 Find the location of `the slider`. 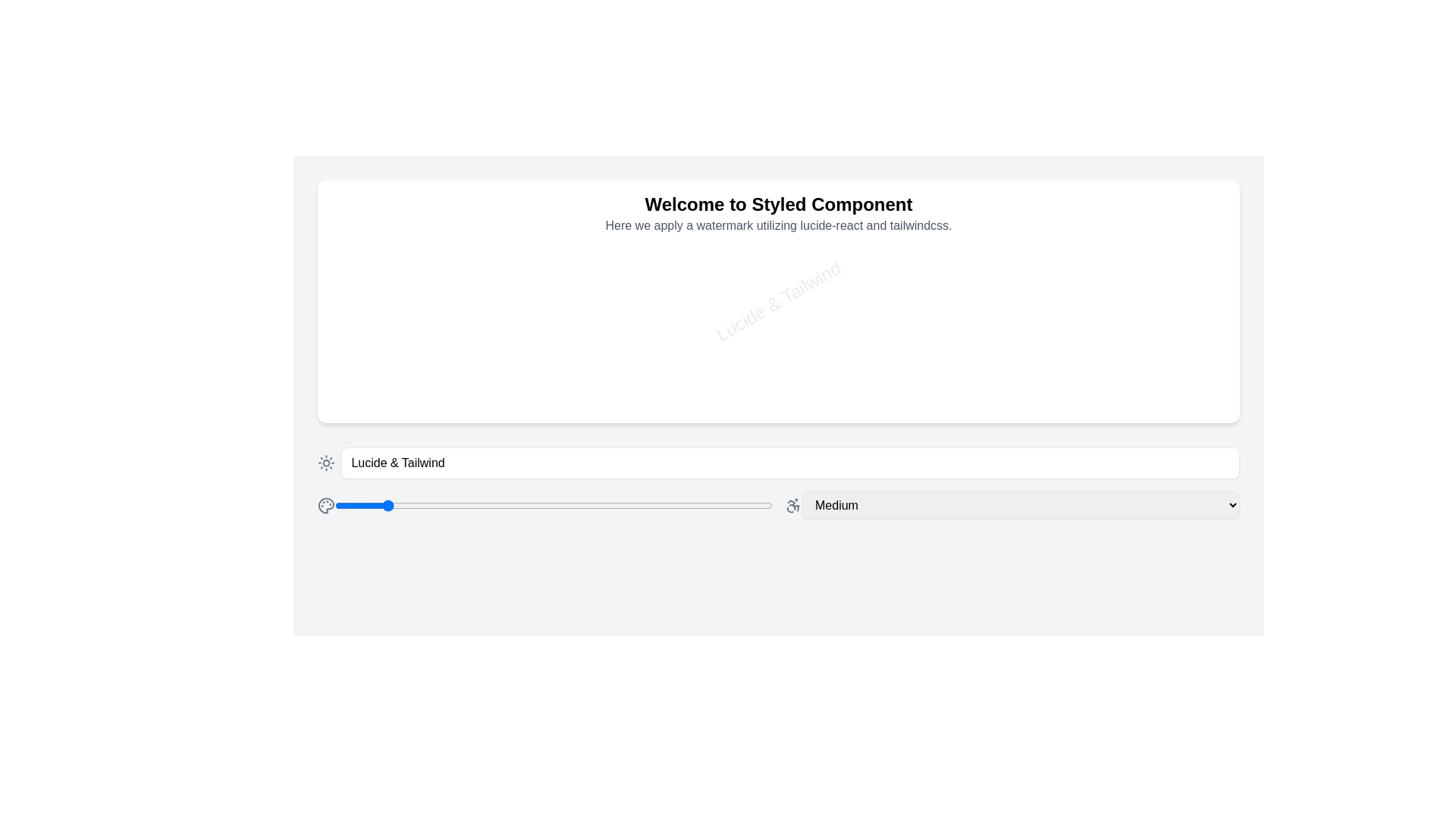

the slider is located at coordinates (287, 505).